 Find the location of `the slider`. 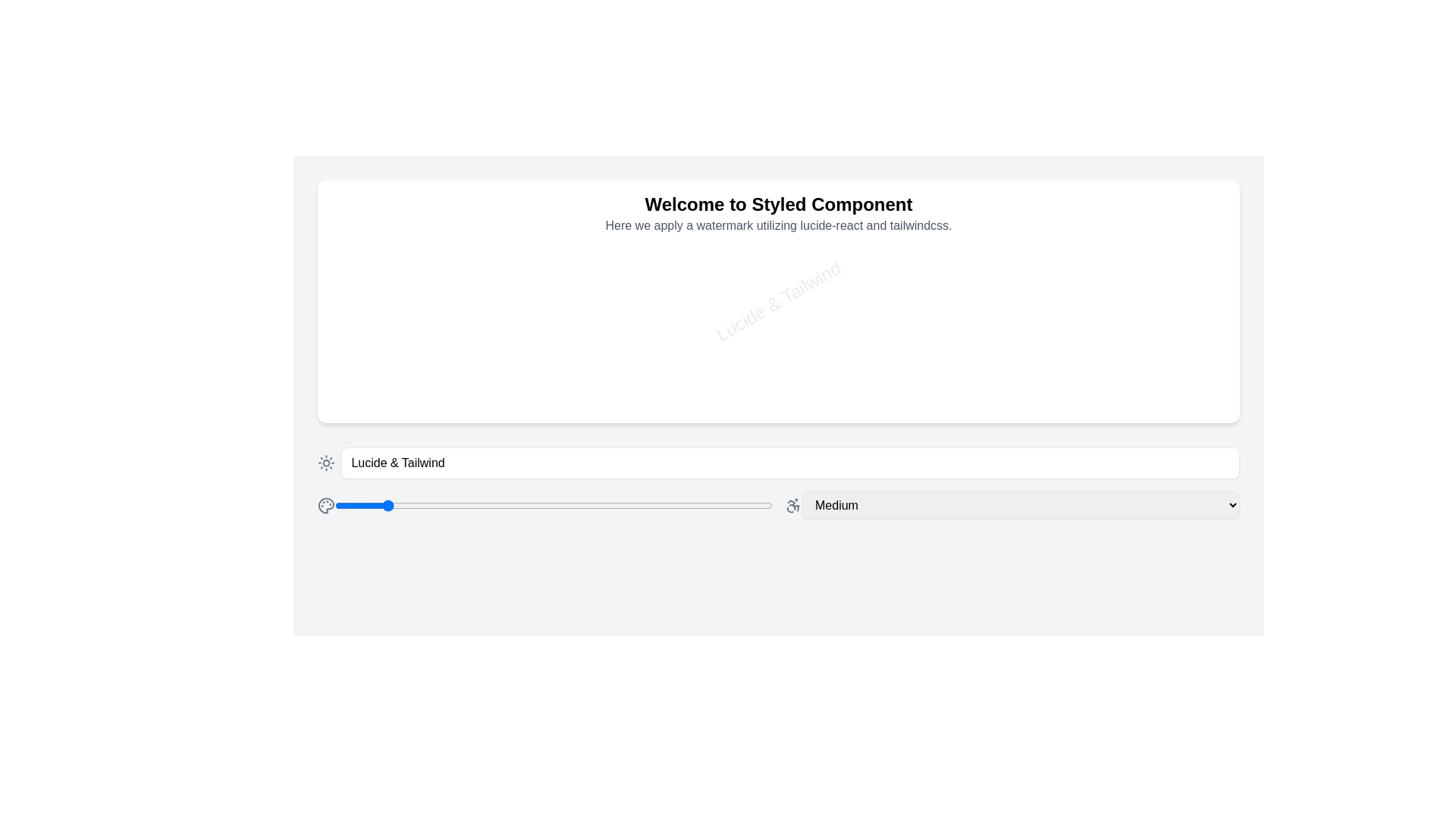

the slider is located at coordinates (287, 505).